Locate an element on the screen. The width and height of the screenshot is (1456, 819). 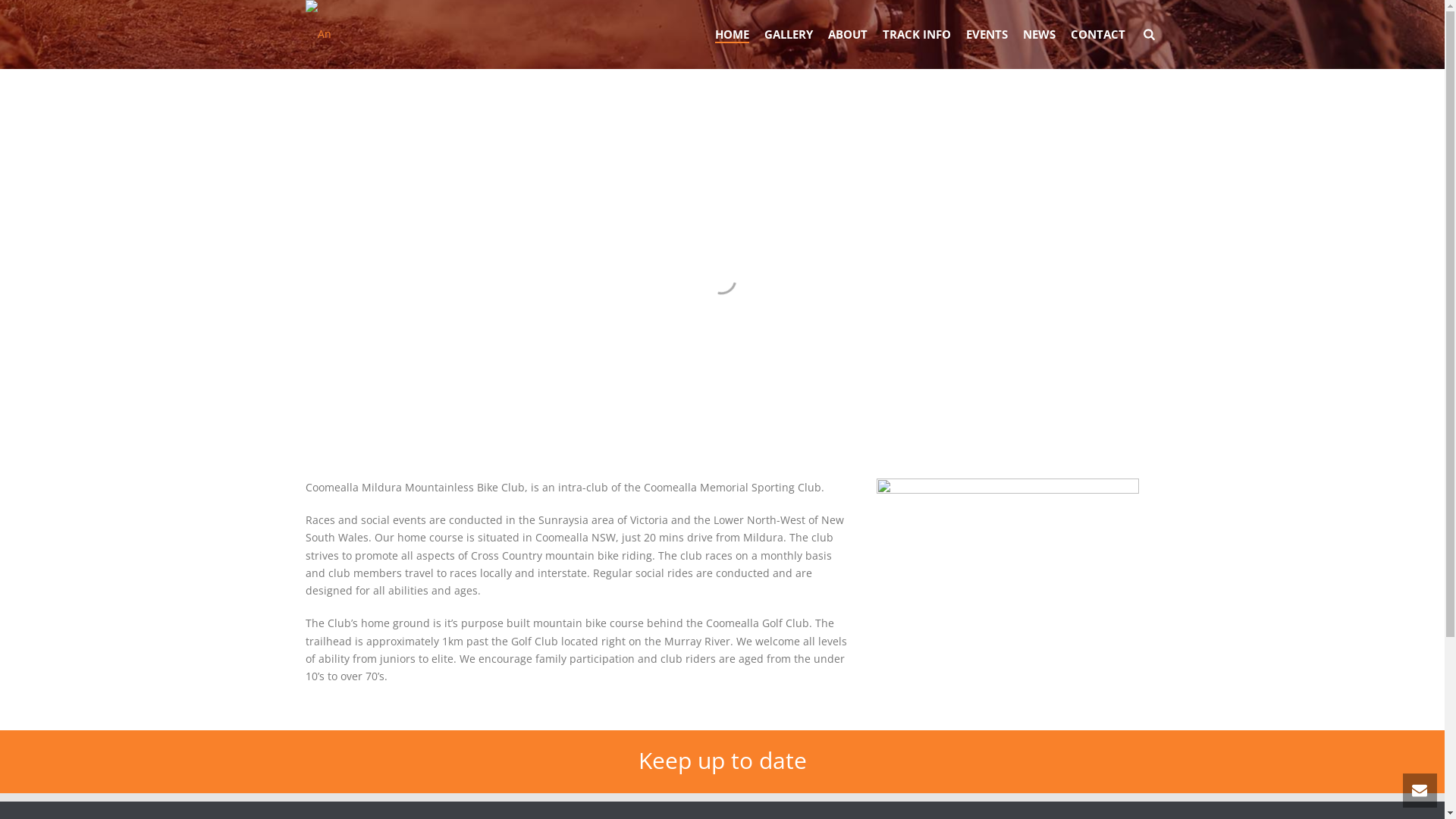
'TRACK INFO' is located at coordinates (916, 34).